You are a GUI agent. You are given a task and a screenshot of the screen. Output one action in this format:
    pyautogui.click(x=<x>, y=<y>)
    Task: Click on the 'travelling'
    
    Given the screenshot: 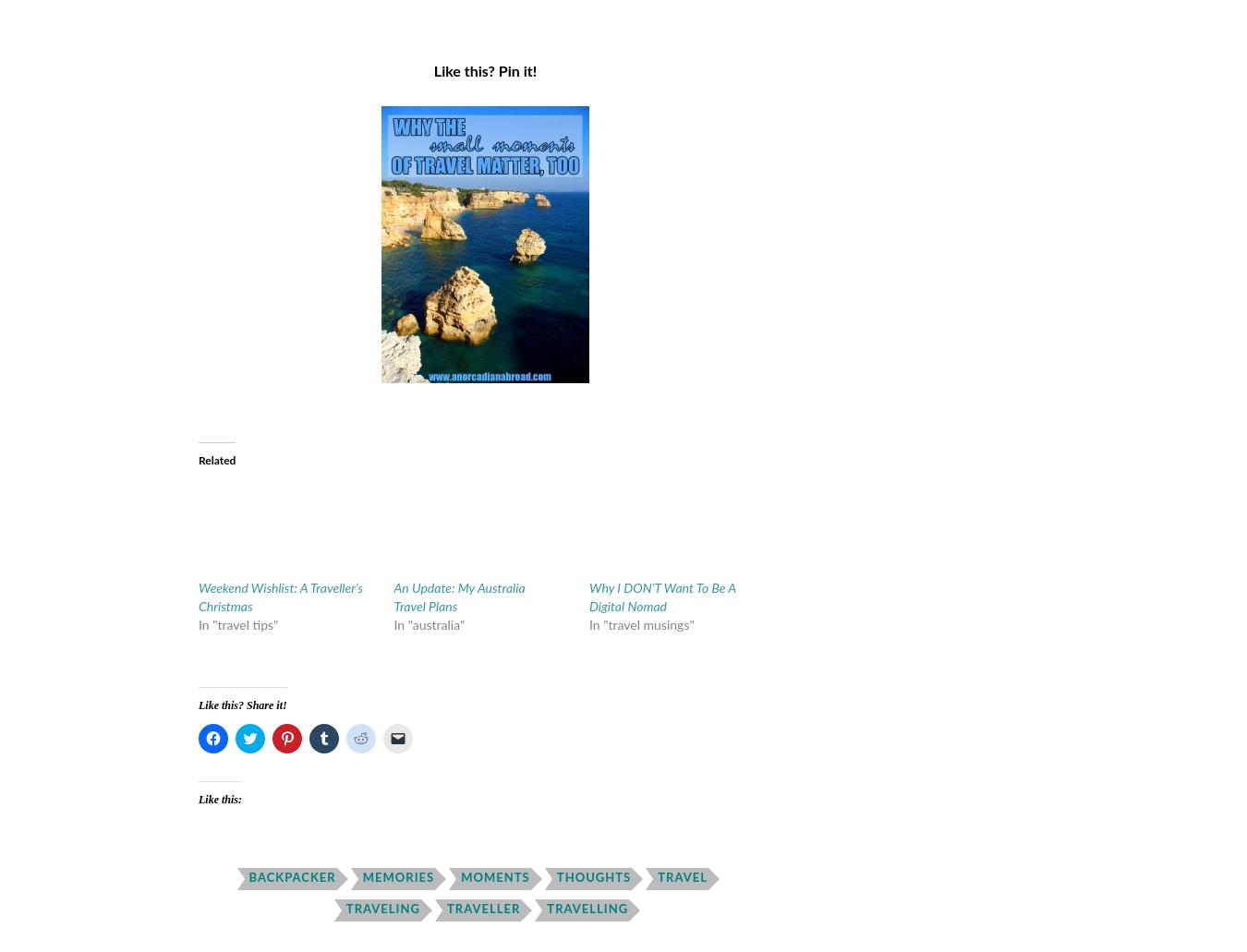 What is the action you would take?
    pyautogui.click(x=587, y=908)
    